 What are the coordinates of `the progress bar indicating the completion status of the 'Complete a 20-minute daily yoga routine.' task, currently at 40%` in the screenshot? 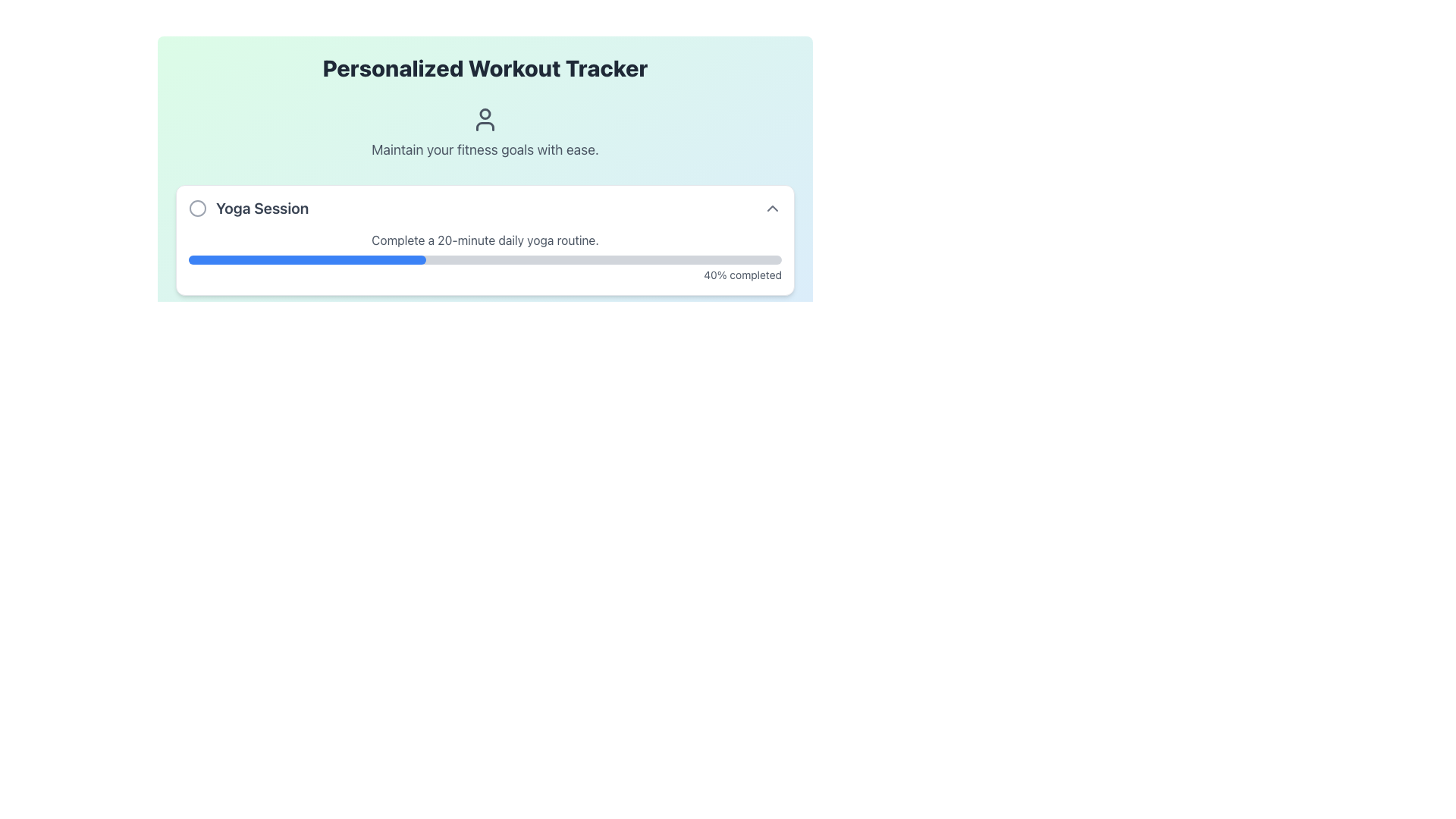 It's located at (484, 256).